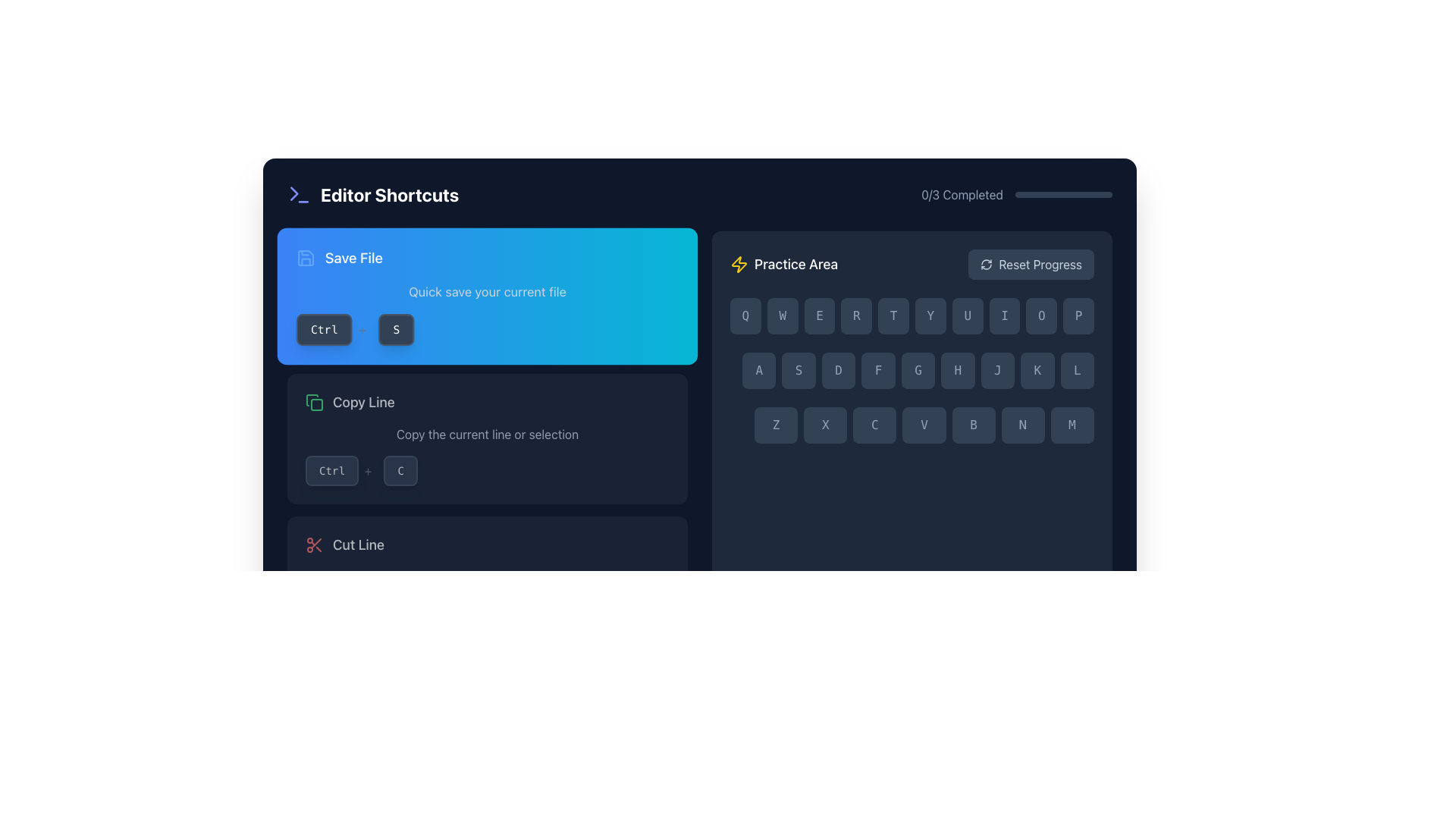  Describe the element at coordinates (488, 296) in the screenshot. I see `information from the informational card displaying the keyboard shortcut for saving files, which is located at the top of the vertical list of shortcut instructions` at that location.